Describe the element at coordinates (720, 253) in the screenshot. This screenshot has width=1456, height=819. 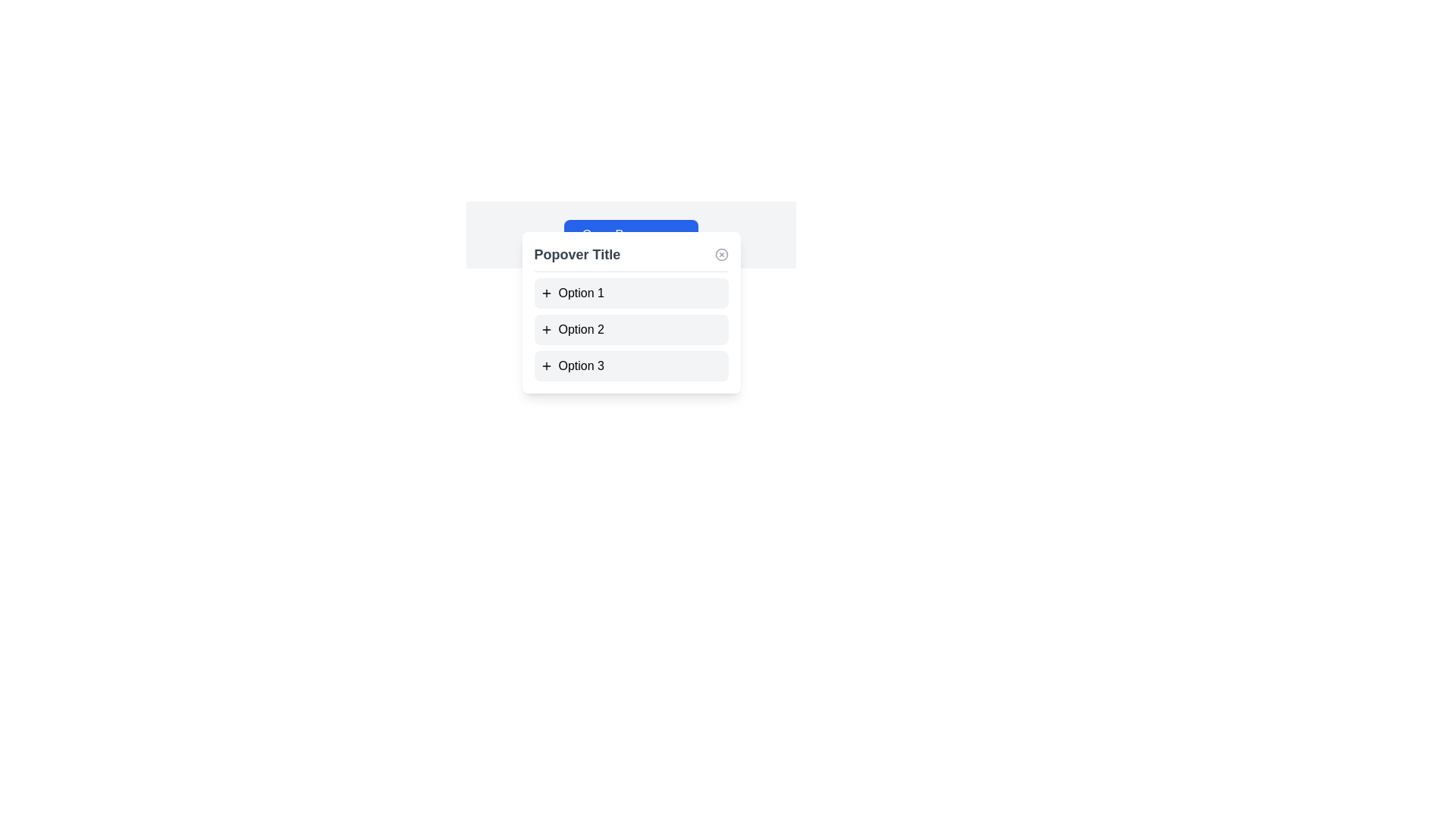
I see `the circular close icon located in the upper-right corner of the popover titled 'Popover Title'` at that location.